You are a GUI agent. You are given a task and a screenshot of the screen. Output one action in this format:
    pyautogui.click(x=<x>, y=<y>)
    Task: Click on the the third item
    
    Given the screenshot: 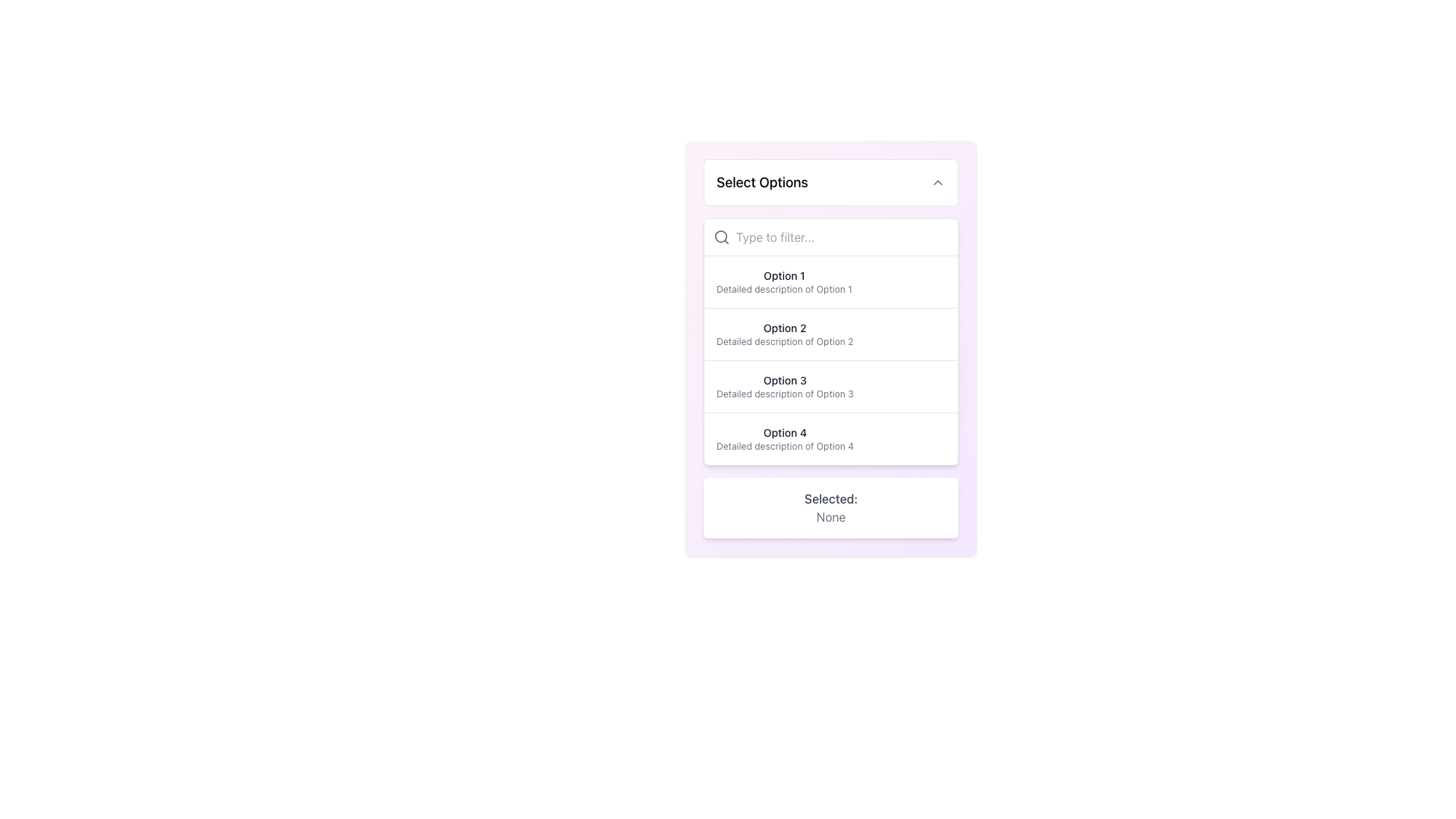 What is the action you would take?
    pyautogui.click(x=830, y=385)
    